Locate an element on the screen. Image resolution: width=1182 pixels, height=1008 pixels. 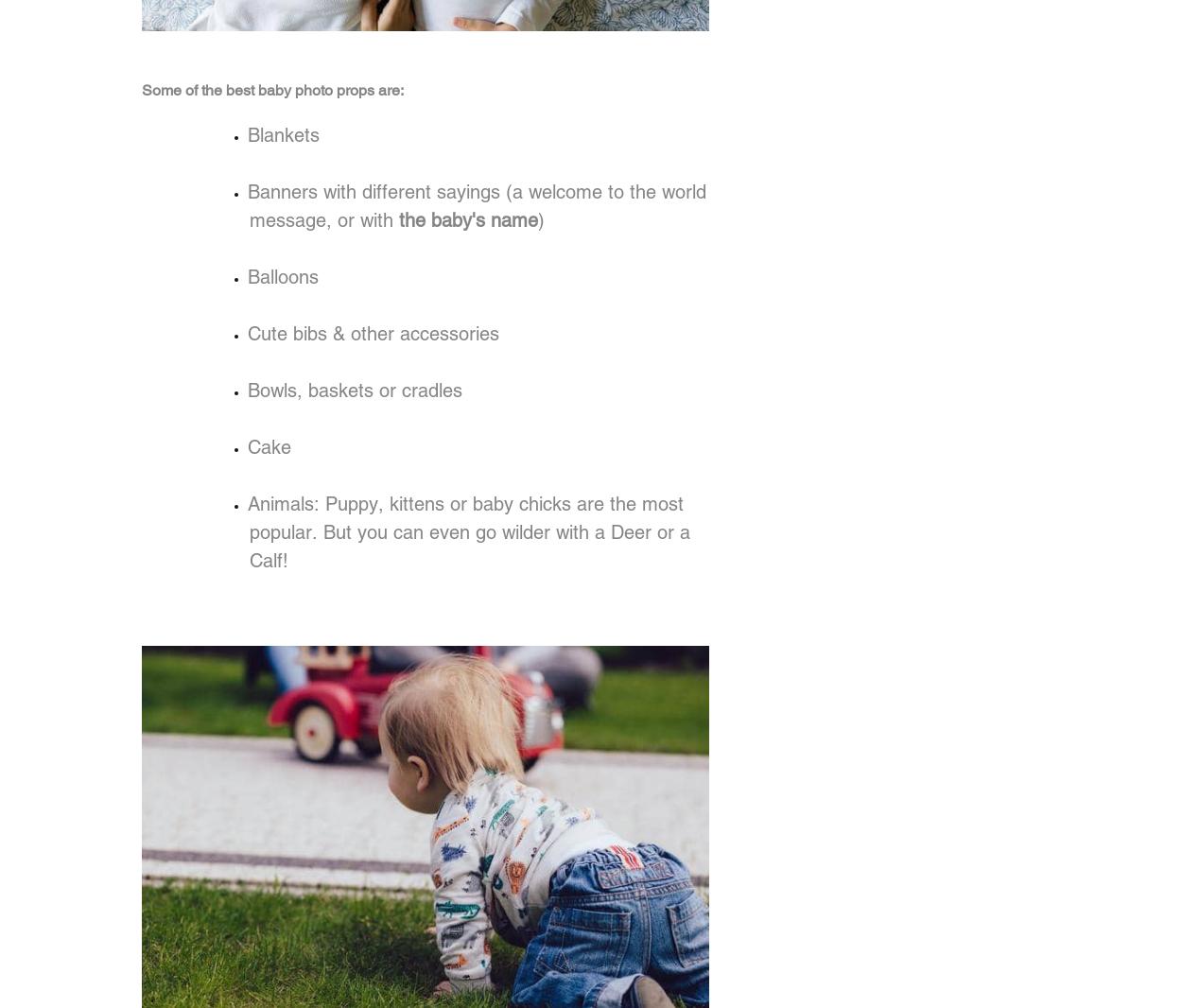
')' is located at coordinates (540, 219).